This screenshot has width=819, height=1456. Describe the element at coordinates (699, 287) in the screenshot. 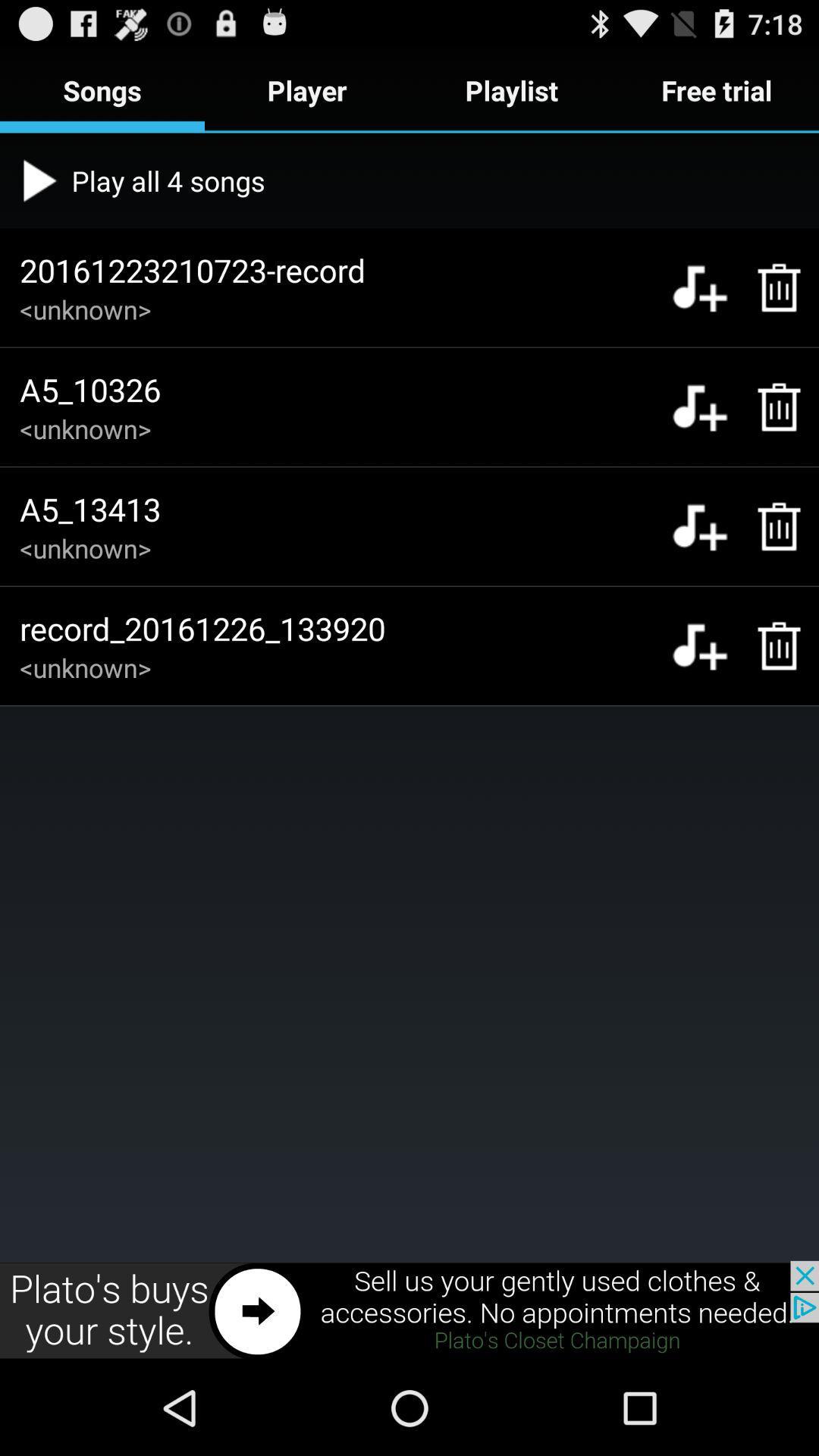

I see `to playlist` at that location.